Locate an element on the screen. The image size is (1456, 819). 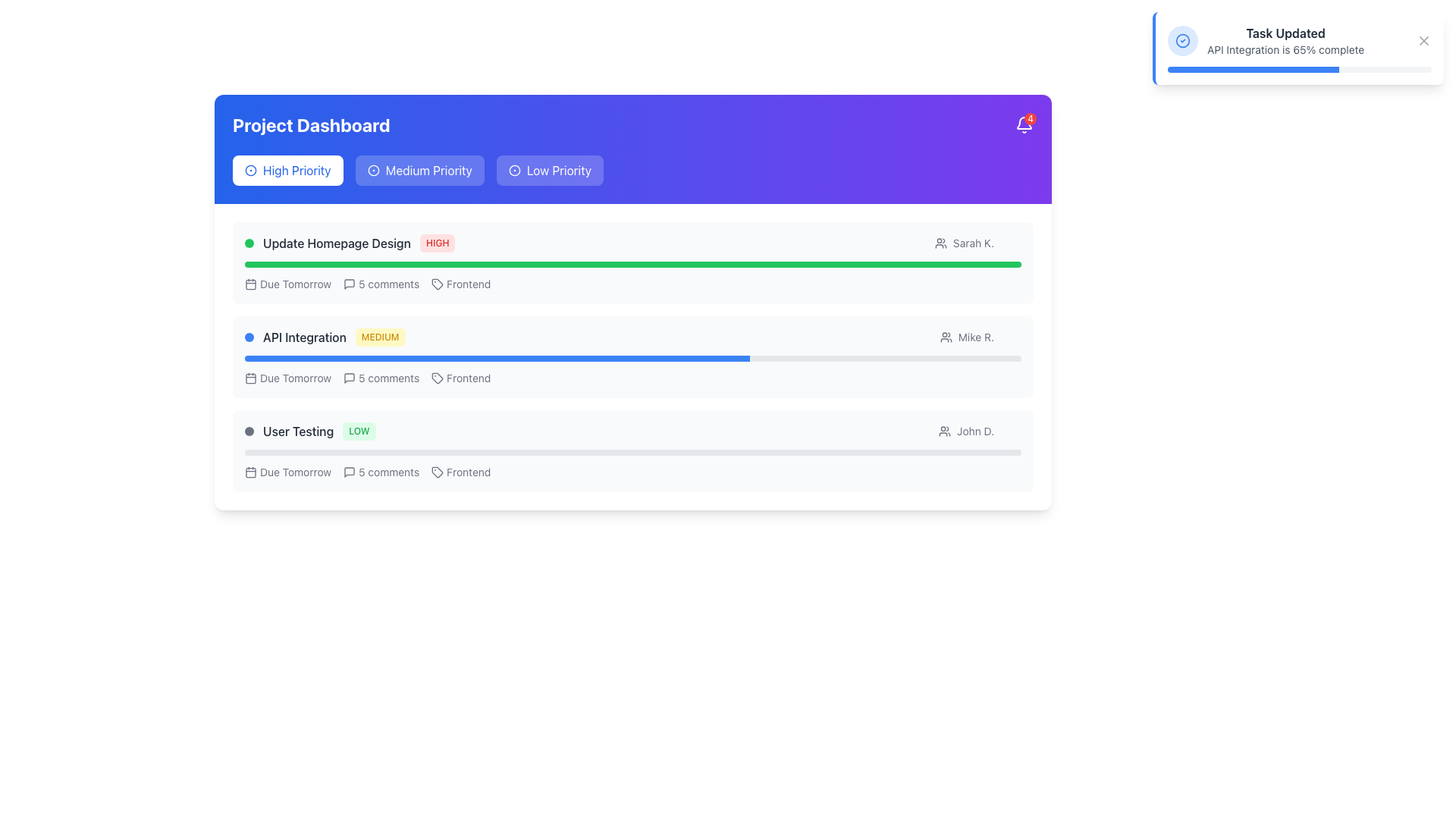
the label identifying 'Mike R.' associated with the 'API Integration' project on the project dashboard is located at coordinates (966, 336).